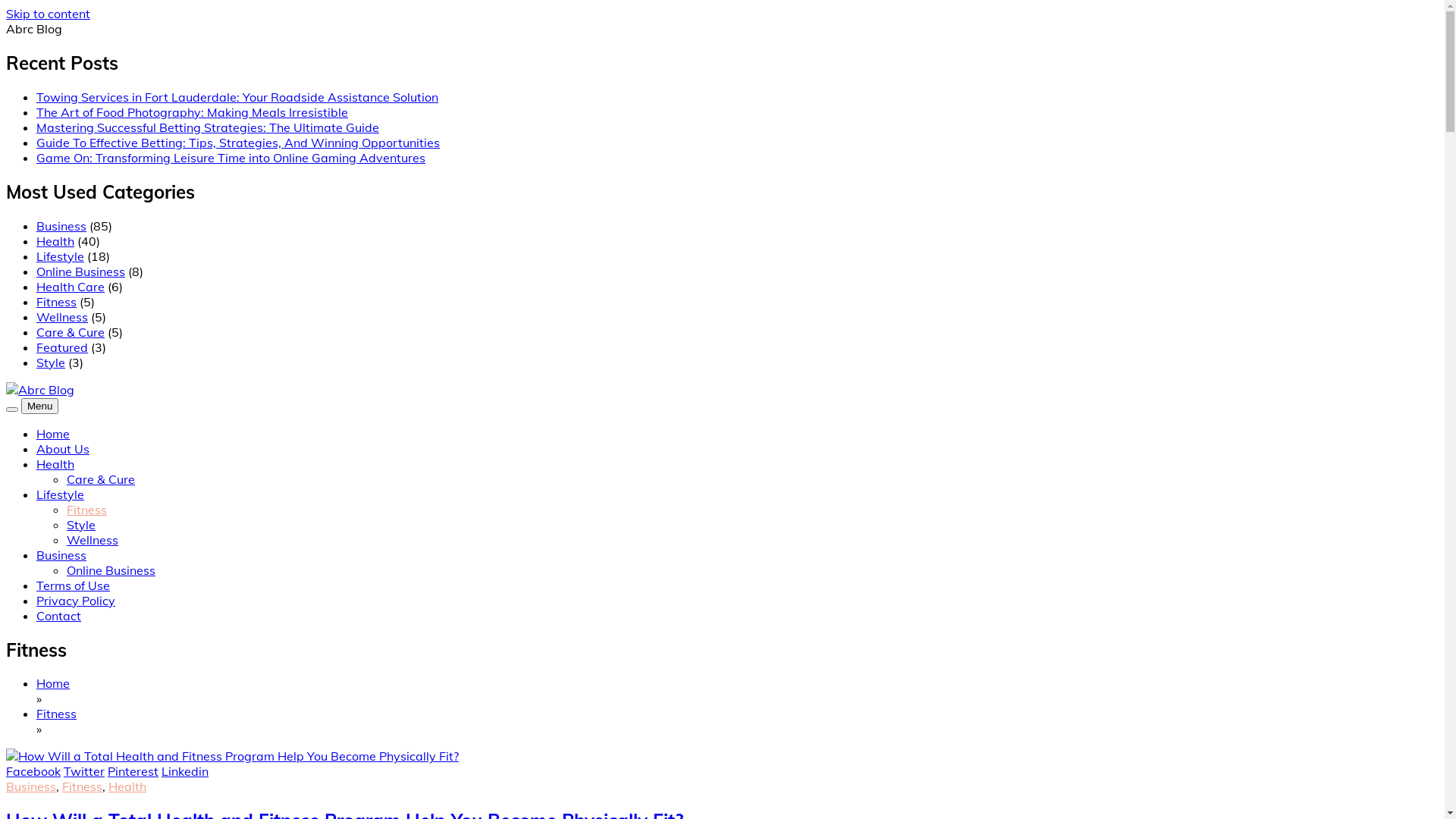  What do you see at coordinates (6, 424) in the screenshot?
I see `'Abrc Blog'` at bounding box center [6, 424].